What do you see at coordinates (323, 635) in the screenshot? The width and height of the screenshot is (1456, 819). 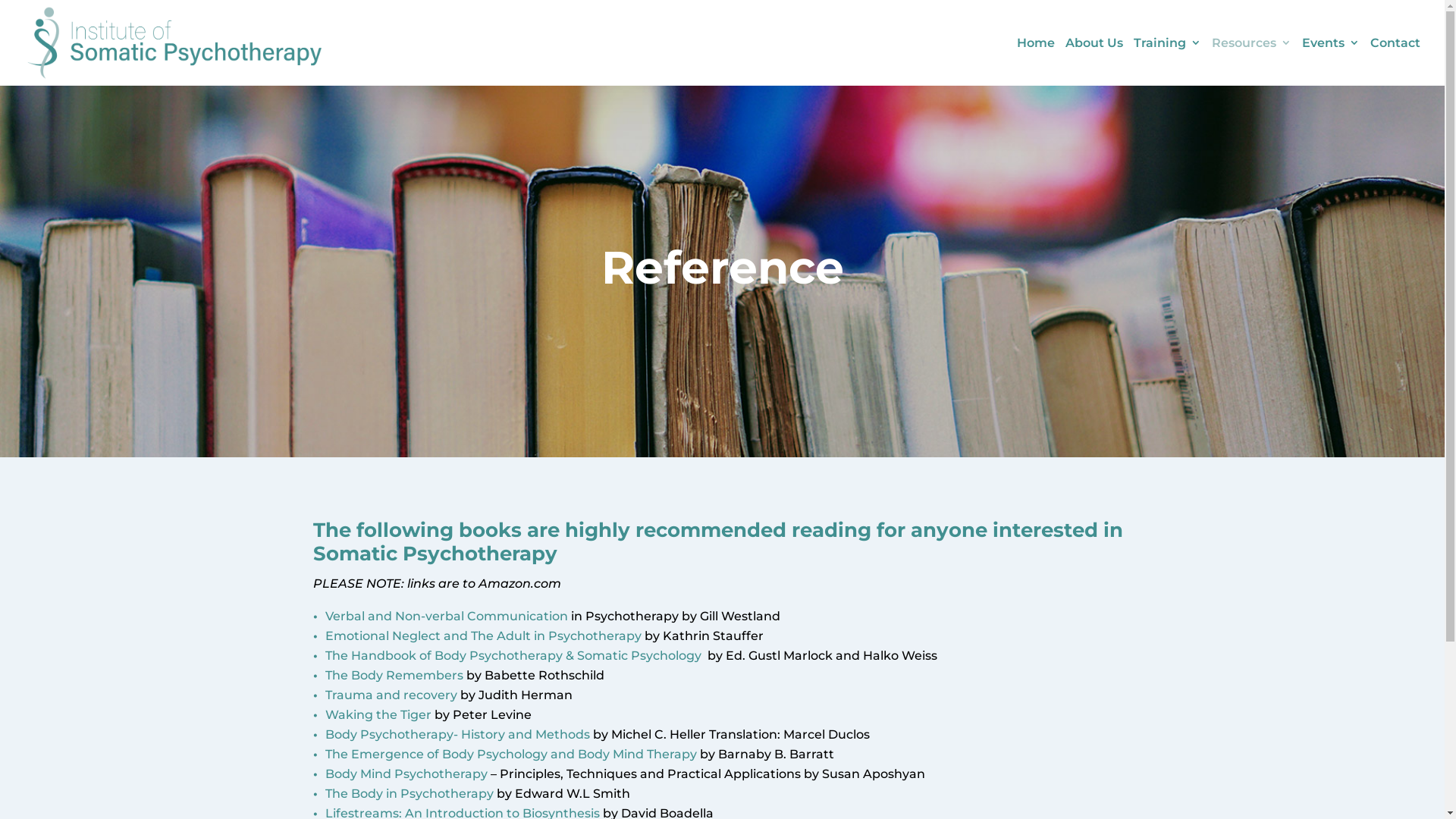 I see `'Emotional Neglect and The Adult in Psychotherapy'` at bounding box center [323, 635].